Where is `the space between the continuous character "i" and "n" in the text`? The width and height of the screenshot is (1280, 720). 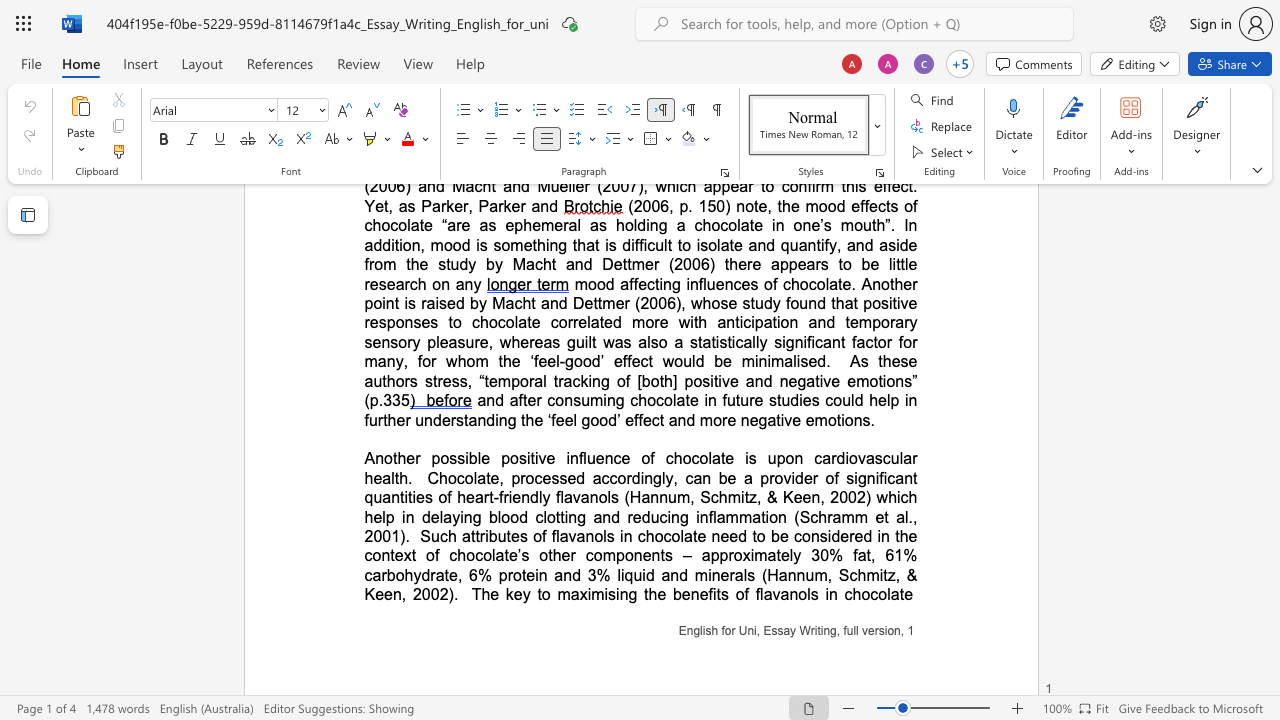 the space between the continuous character "i" and "n" in the text is located at coordinates (570, 458).